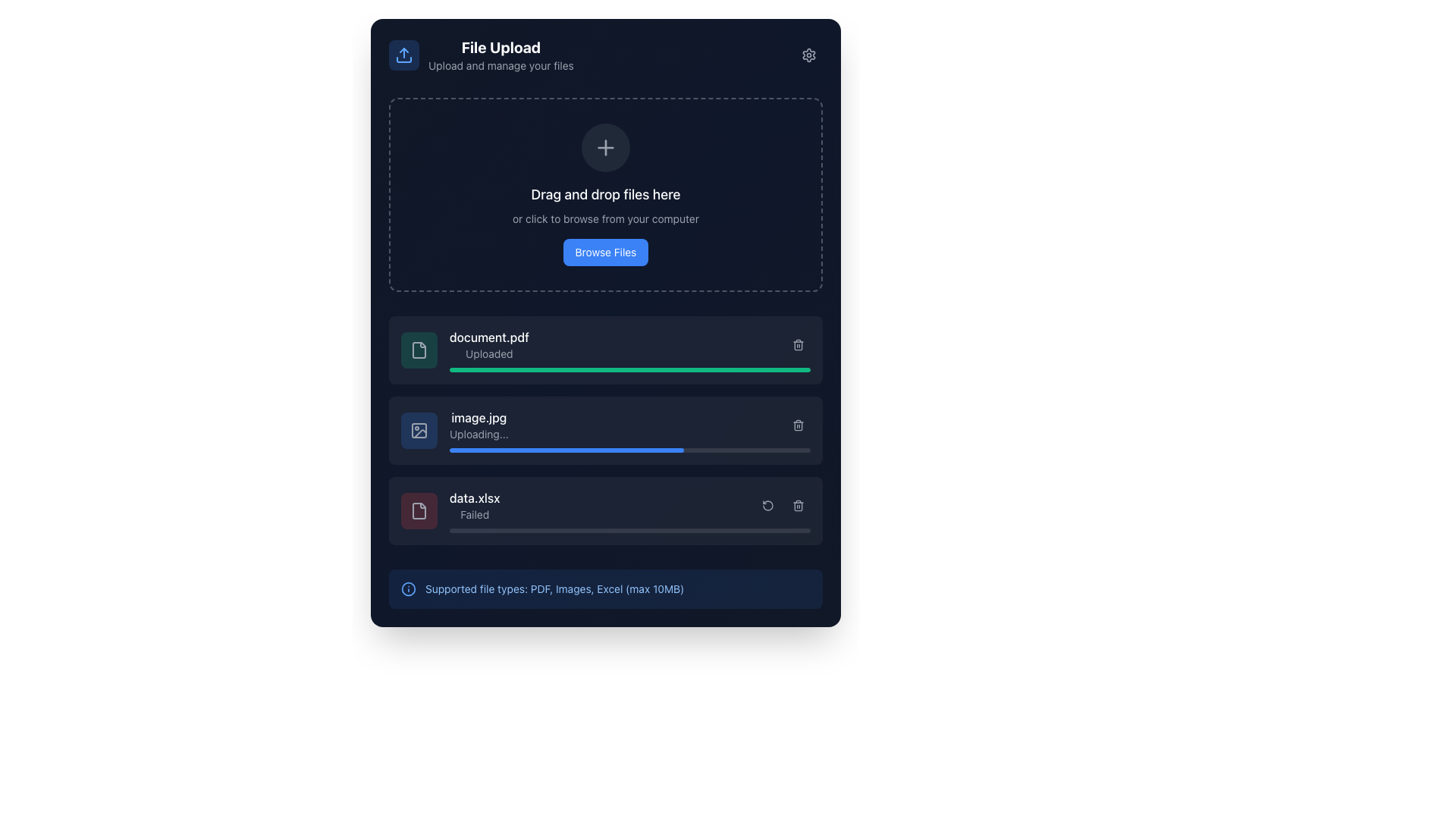  What do you see at coordinates (419, 430) in the screenshot?
I see `the decorative rectangle icon within the file upload interface, which is styled in a dark theme and is positioned on the right side of the 'image.jpg' file row` at bounding box center [419, 430].